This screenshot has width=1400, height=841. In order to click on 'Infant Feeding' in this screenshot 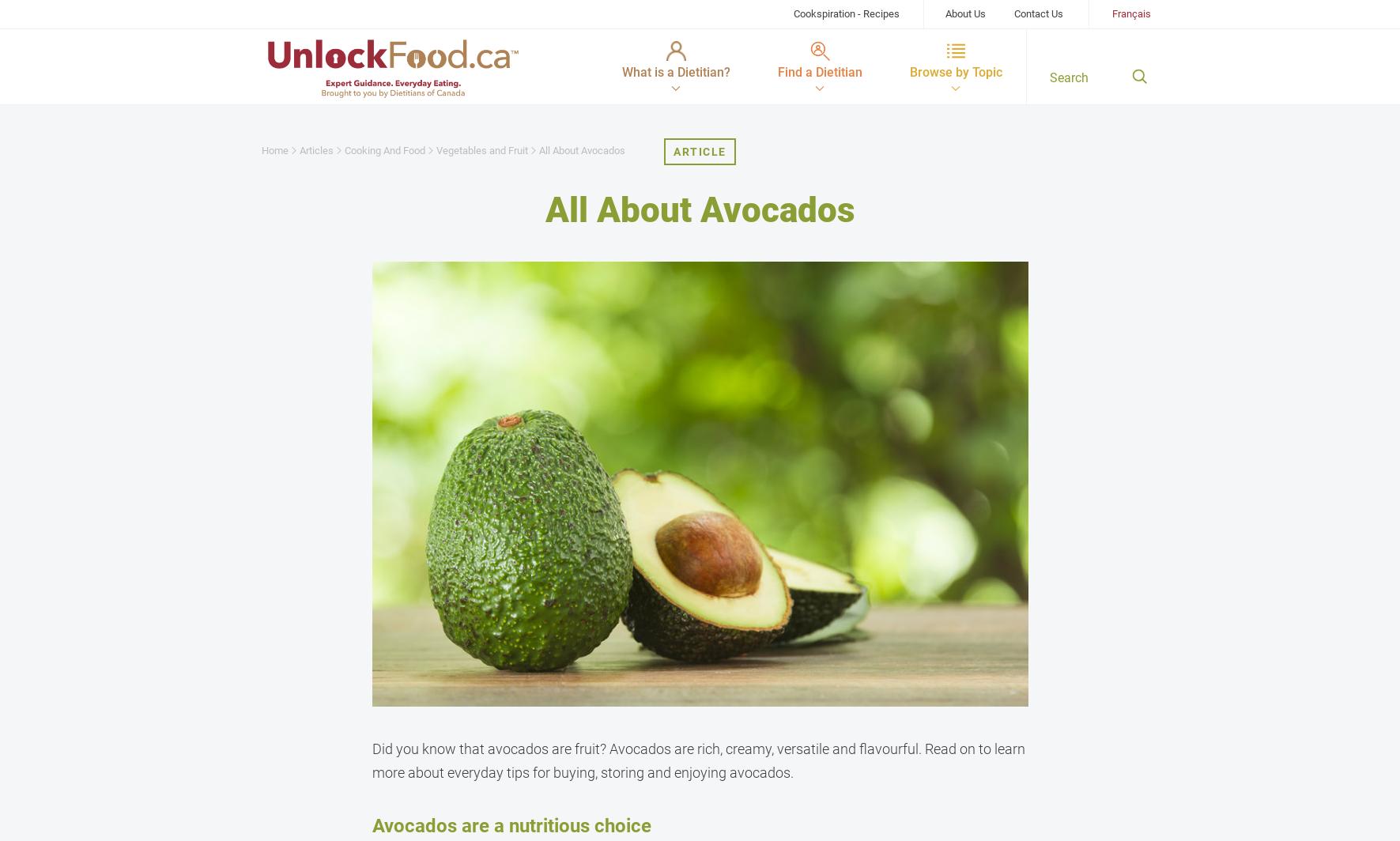, I will do `click(321, 258)`.